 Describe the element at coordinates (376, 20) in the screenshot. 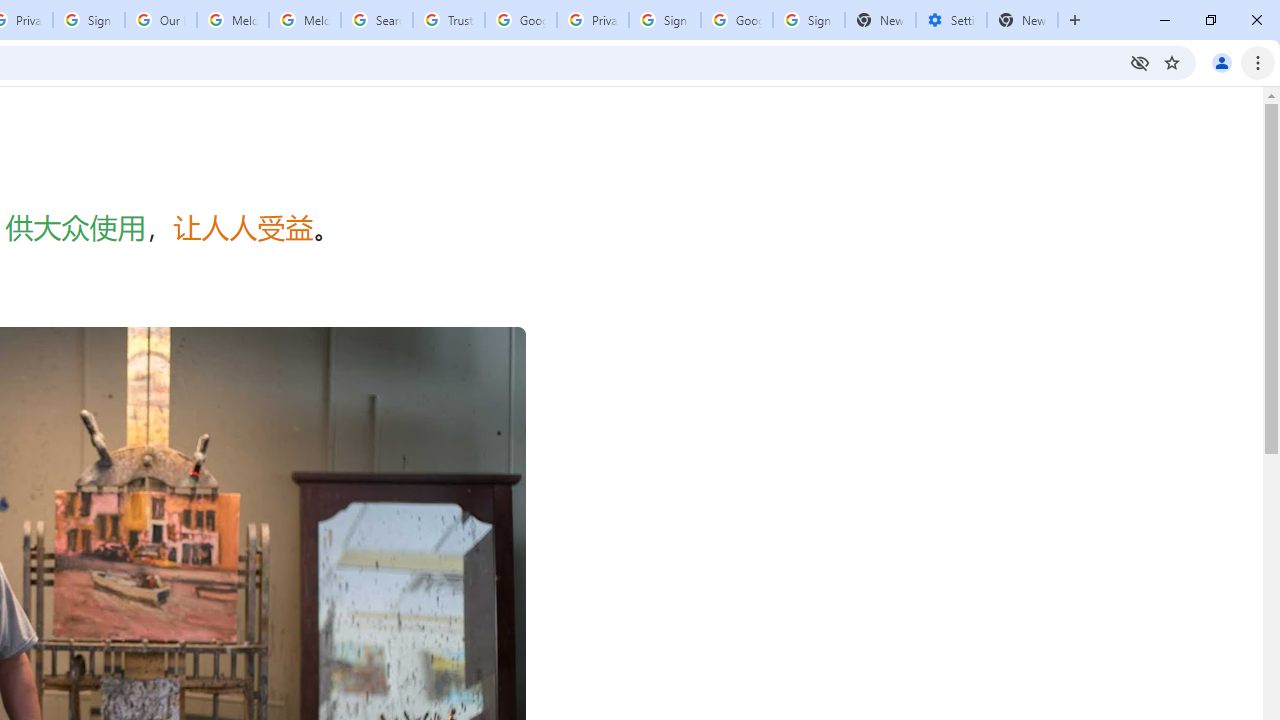

I see `'Search our Doodle Library Collection - Google Doodles'` at that location.